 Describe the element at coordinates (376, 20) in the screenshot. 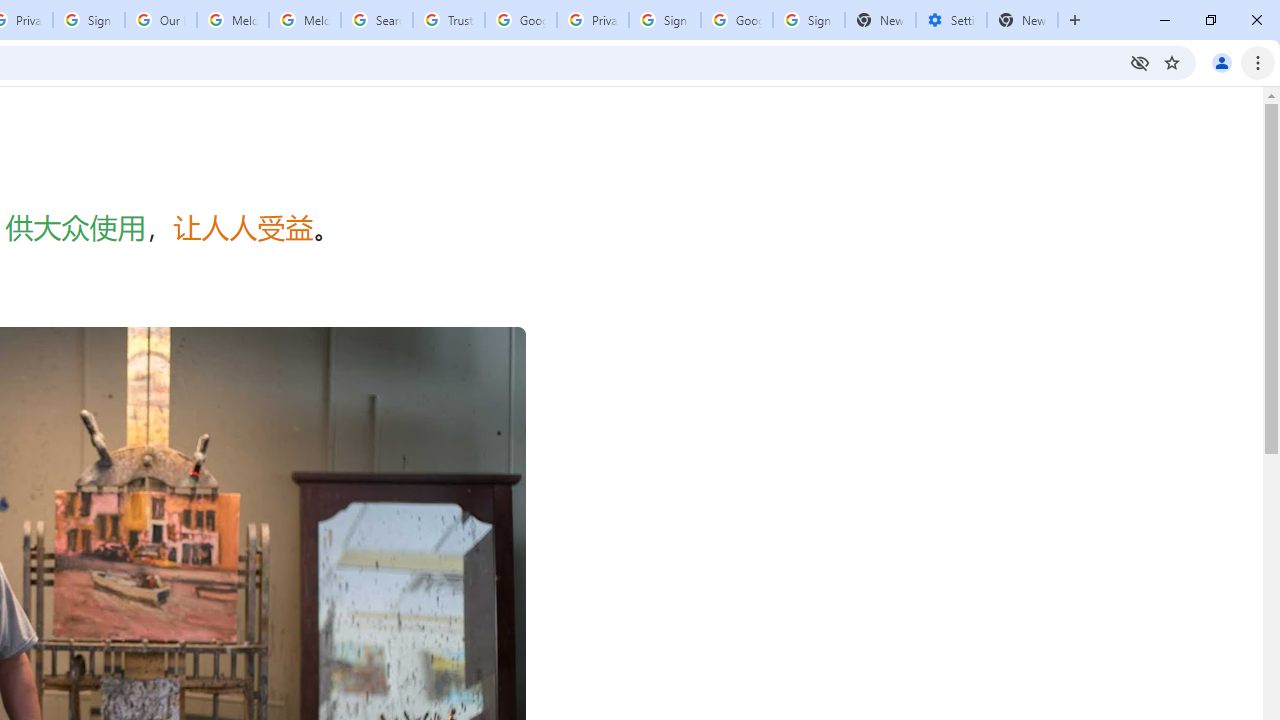

I see `'Search our Doodle Library Collection - Google Doodles'` at that location.